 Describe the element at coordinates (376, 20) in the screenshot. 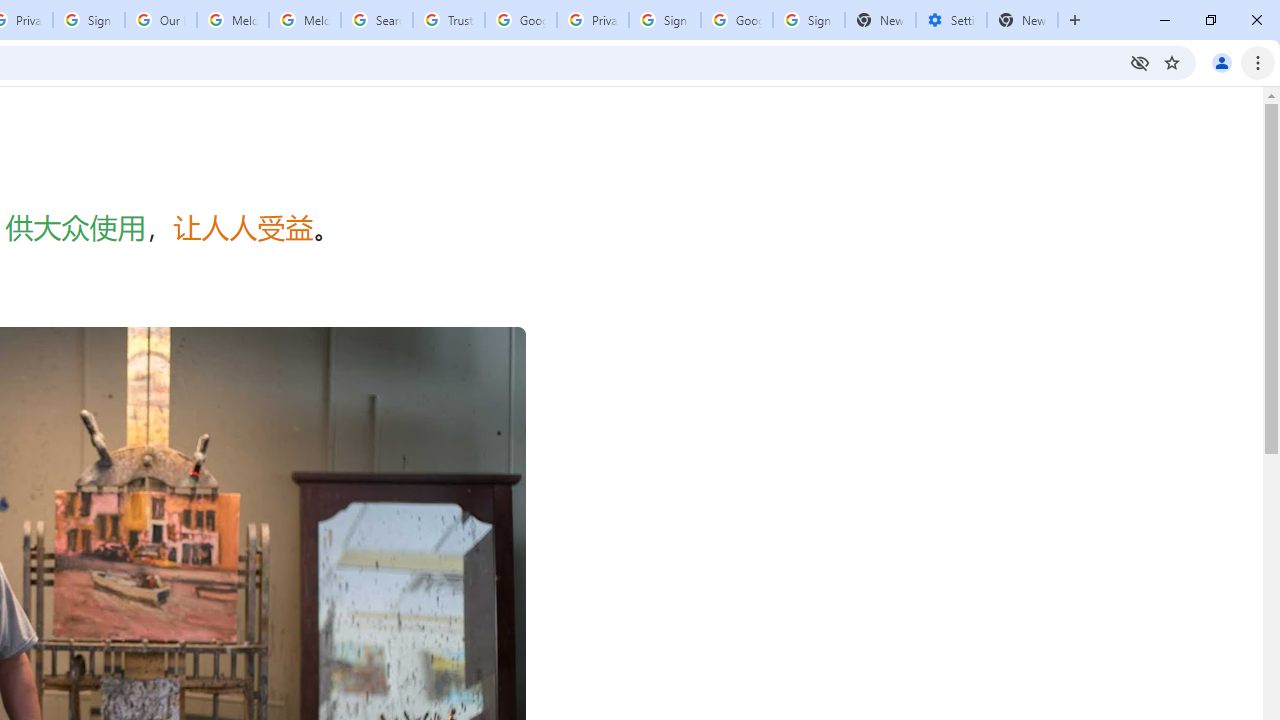

I see `'Search our Doodle Library Collection - Google Doodles'` at that location.